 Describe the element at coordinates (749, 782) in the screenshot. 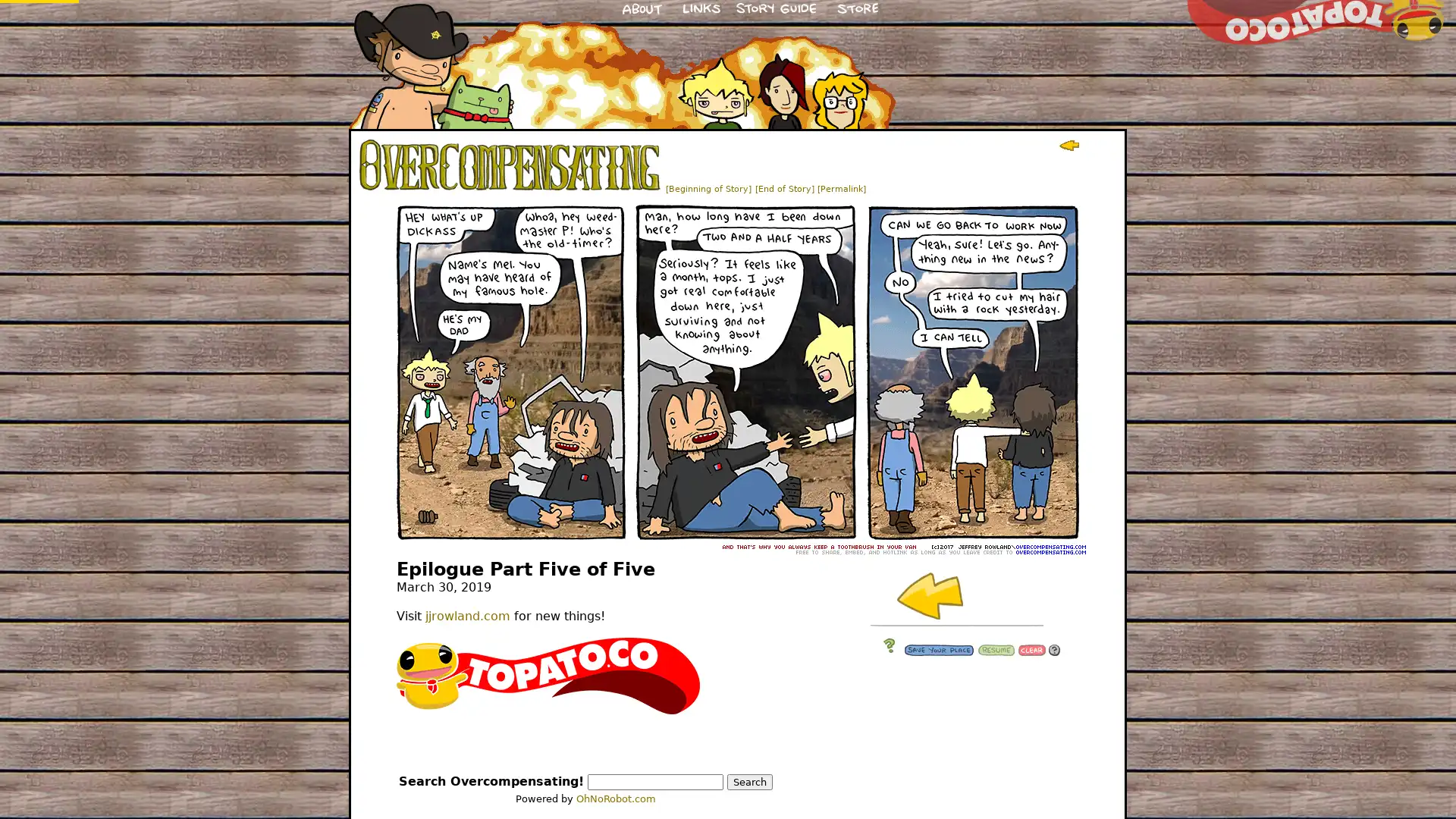

I see `Search` at that location.